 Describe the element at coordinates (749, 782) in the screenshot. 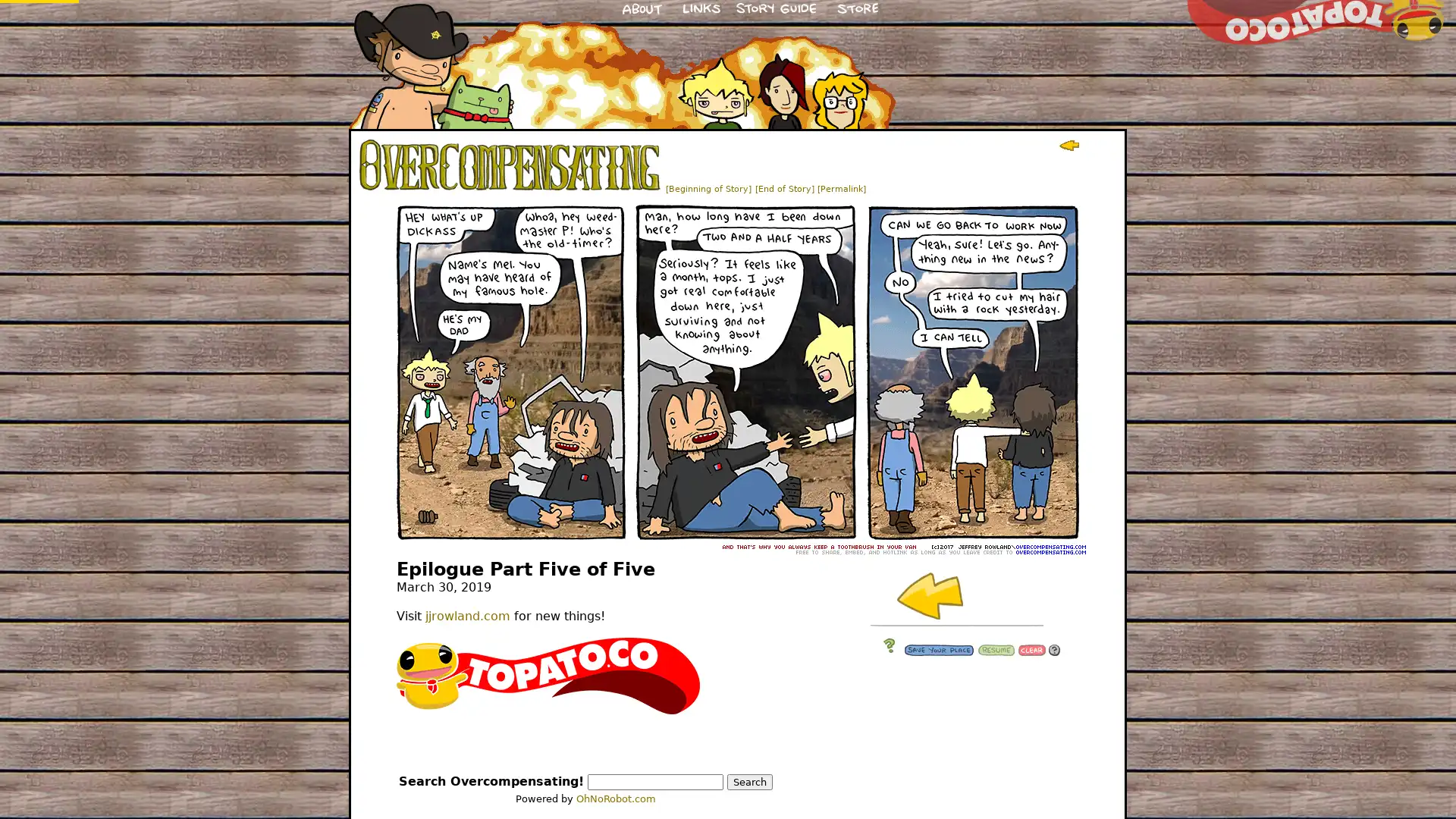

I see `Search` at that location.